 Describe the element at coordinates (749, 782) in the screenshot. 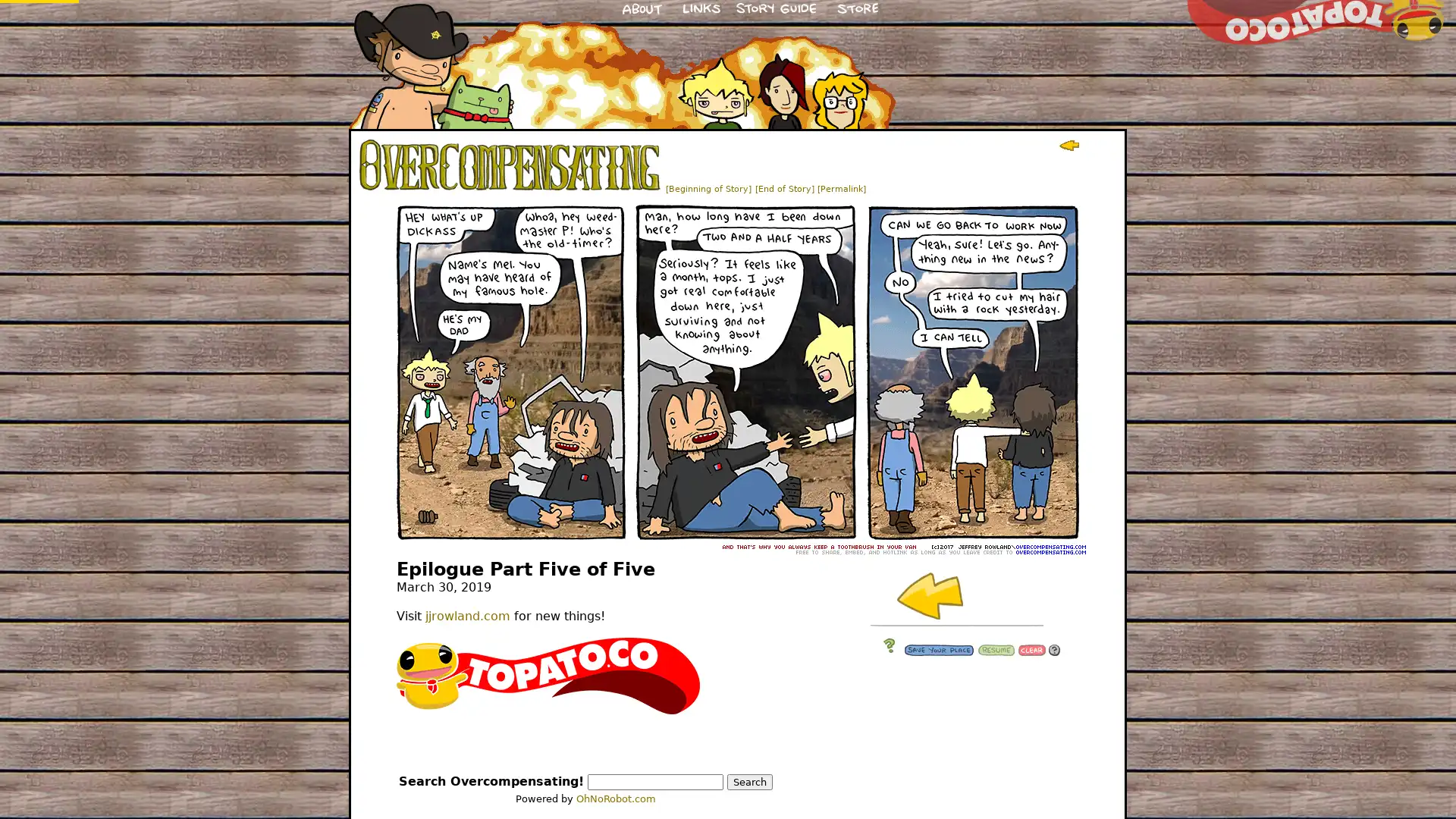

I see `Search` at that location.